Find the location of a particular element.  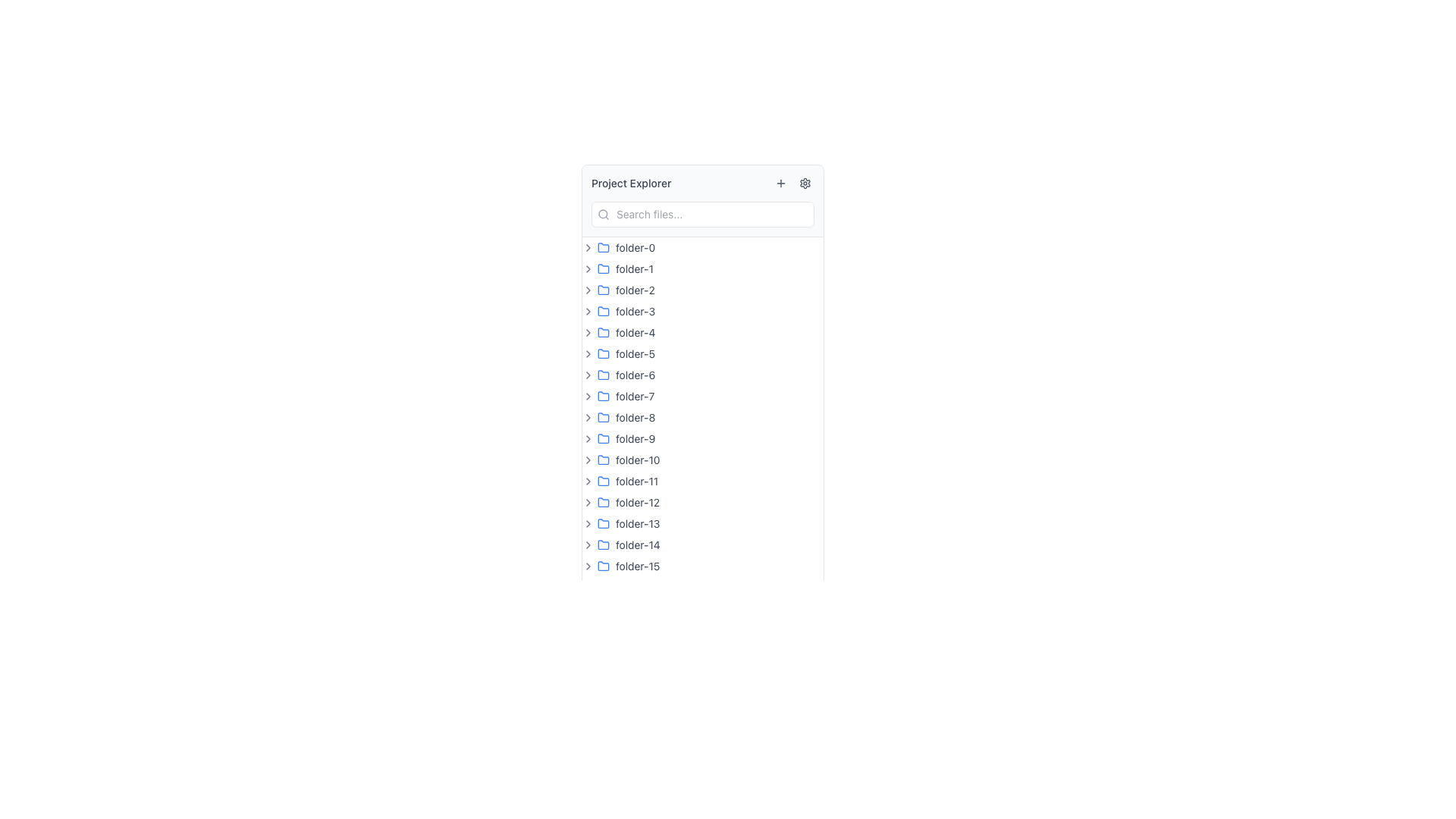

the folder list item labeled 'folder-6' in the Project Explorer tree view is located at coordinates (701, 375).